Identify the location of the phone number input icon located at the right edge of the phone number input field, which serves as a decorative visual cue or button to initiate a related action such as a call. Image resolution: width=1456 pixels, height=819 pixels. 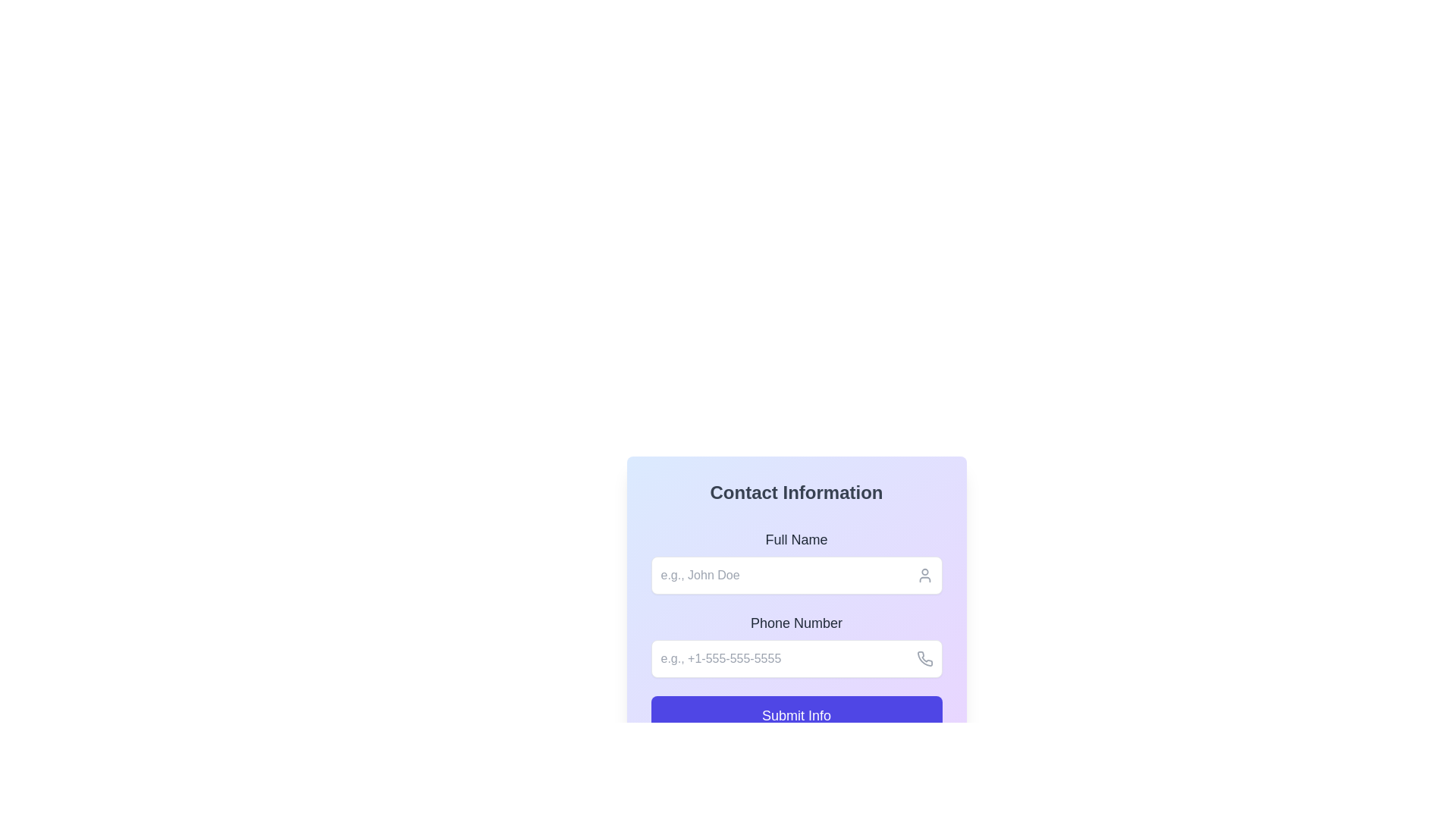
(924, 657).